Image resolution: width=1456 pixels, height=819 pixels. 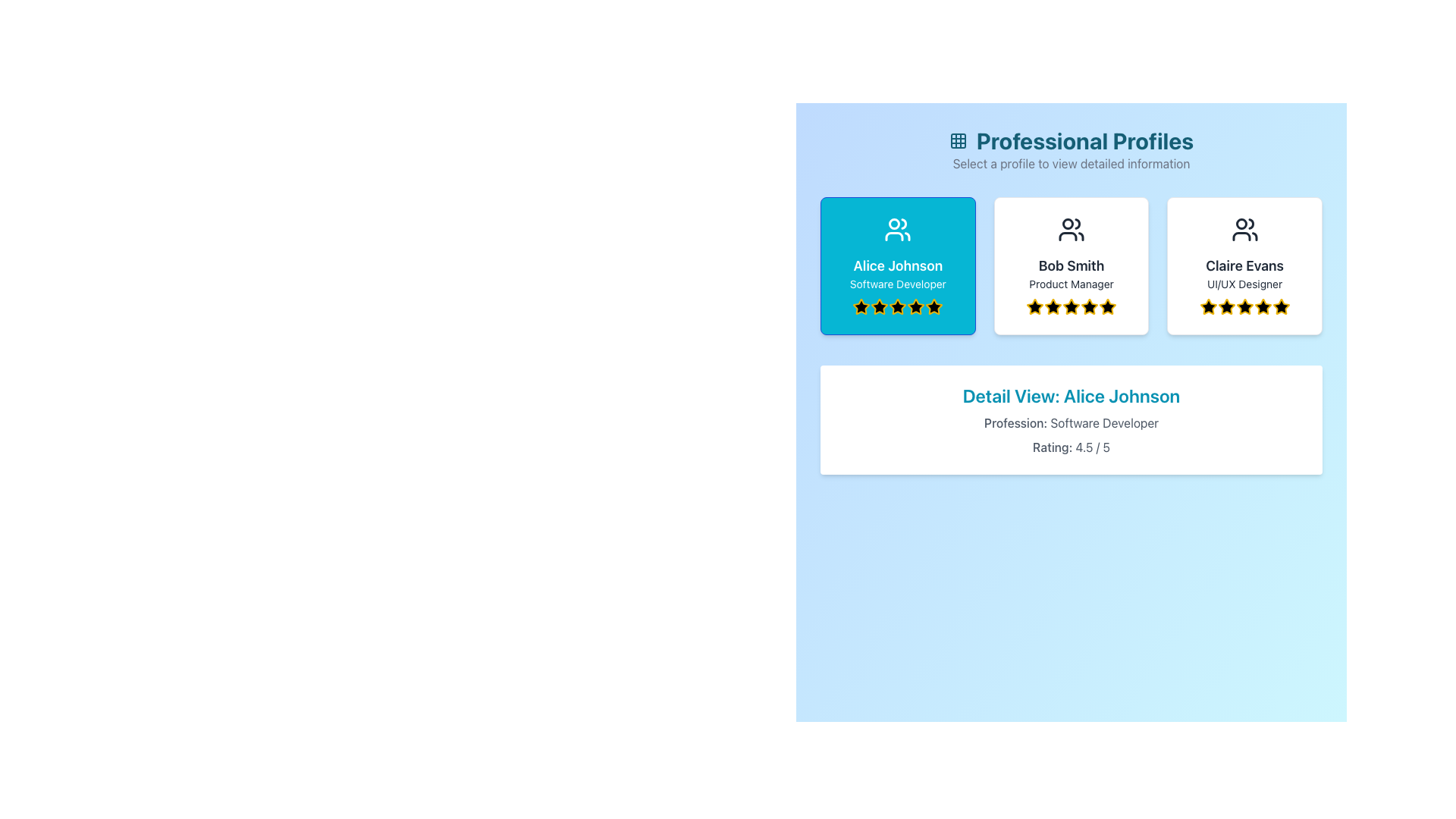 I want to click on the fourth star-shaped rating icon with a golden outline and black center, located below the profile card for Claire Evans, UI/UX Designer, in the Professional Profiles section to rate it, so click(x=1244, y=306).